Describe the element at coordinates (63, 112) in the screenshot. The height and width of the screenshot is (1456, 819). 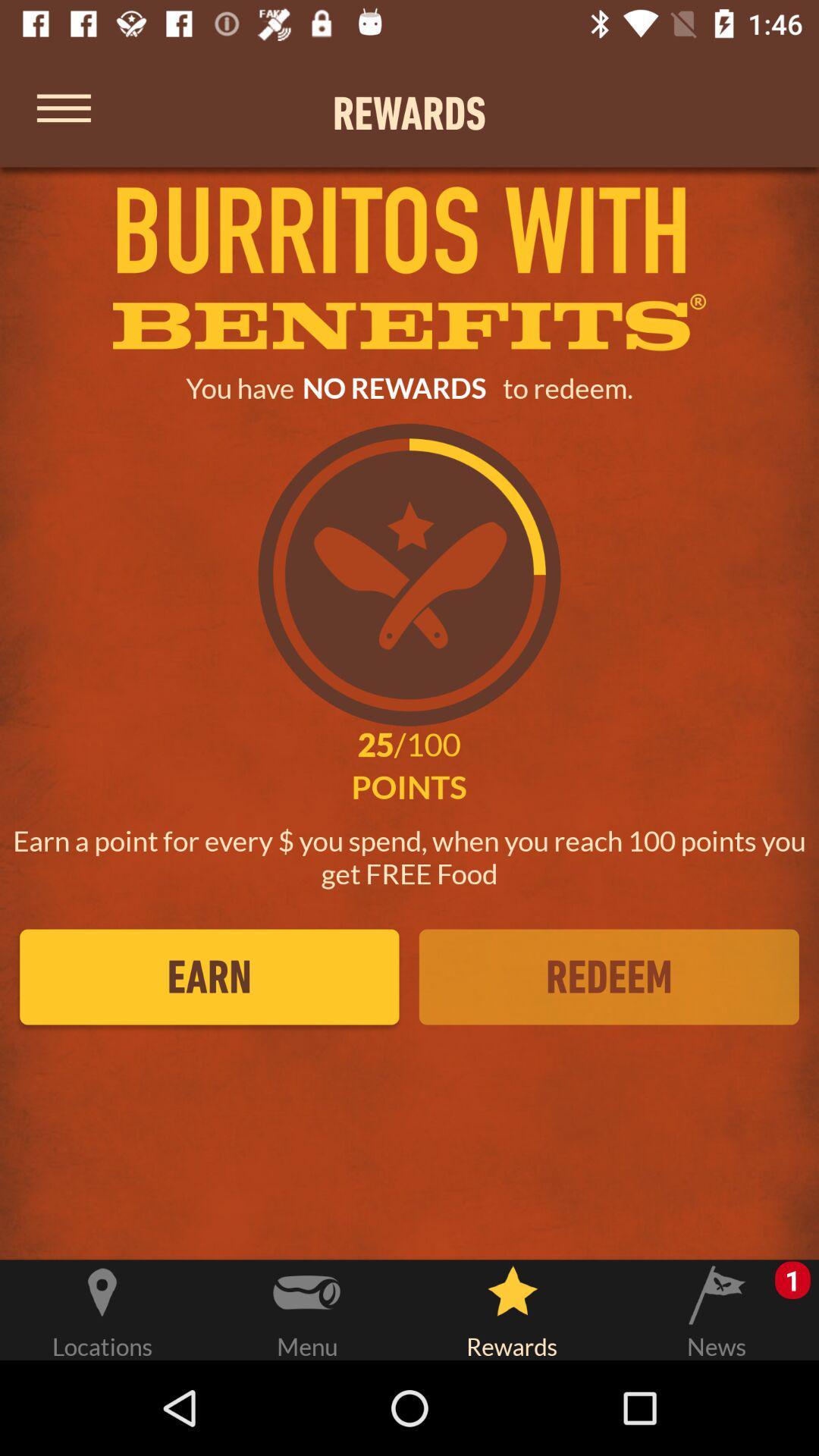
I see `menu` at that location.